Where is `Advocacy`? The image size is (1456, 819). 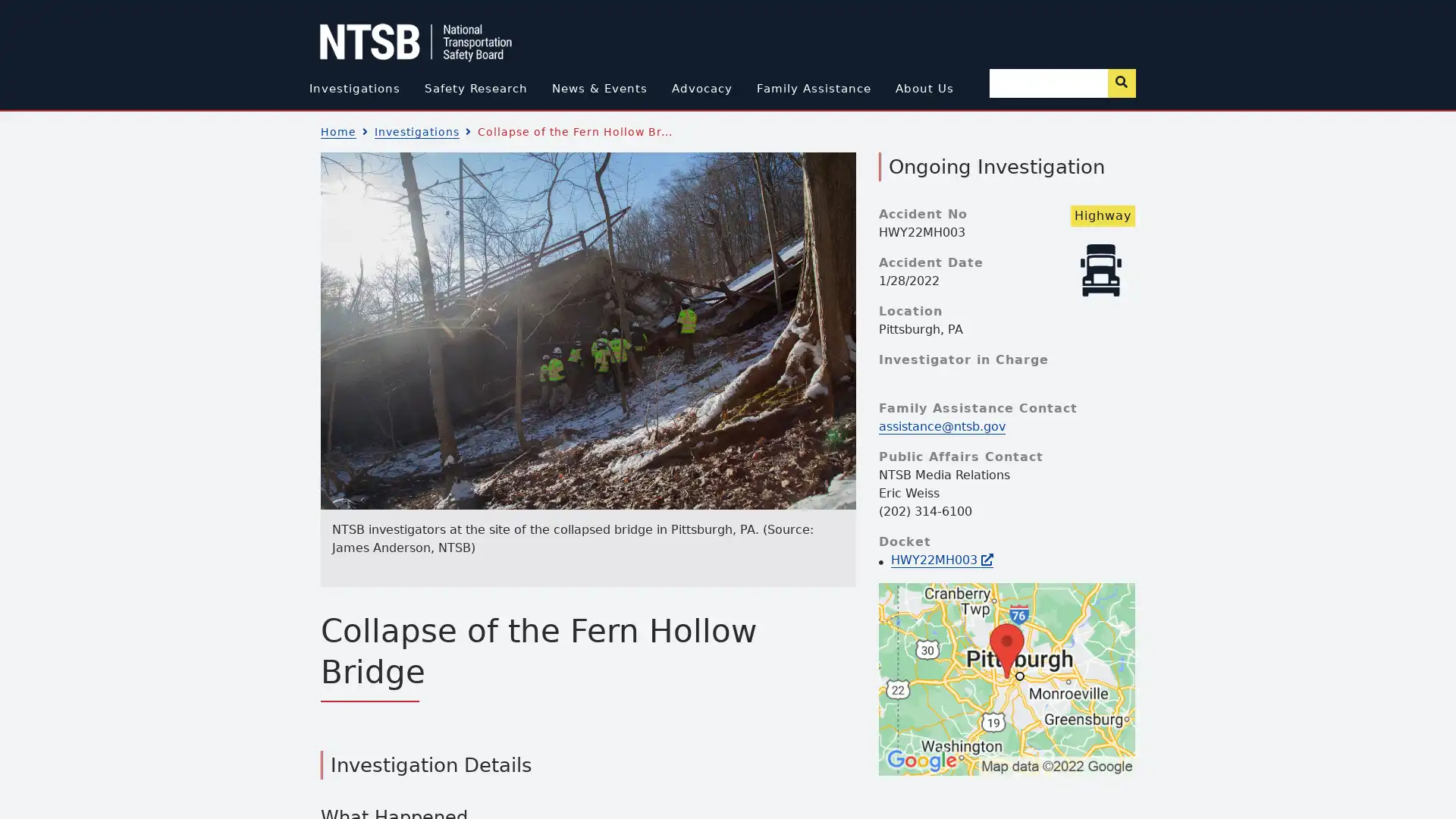 Advocacy is located at coordinates (701, 89).